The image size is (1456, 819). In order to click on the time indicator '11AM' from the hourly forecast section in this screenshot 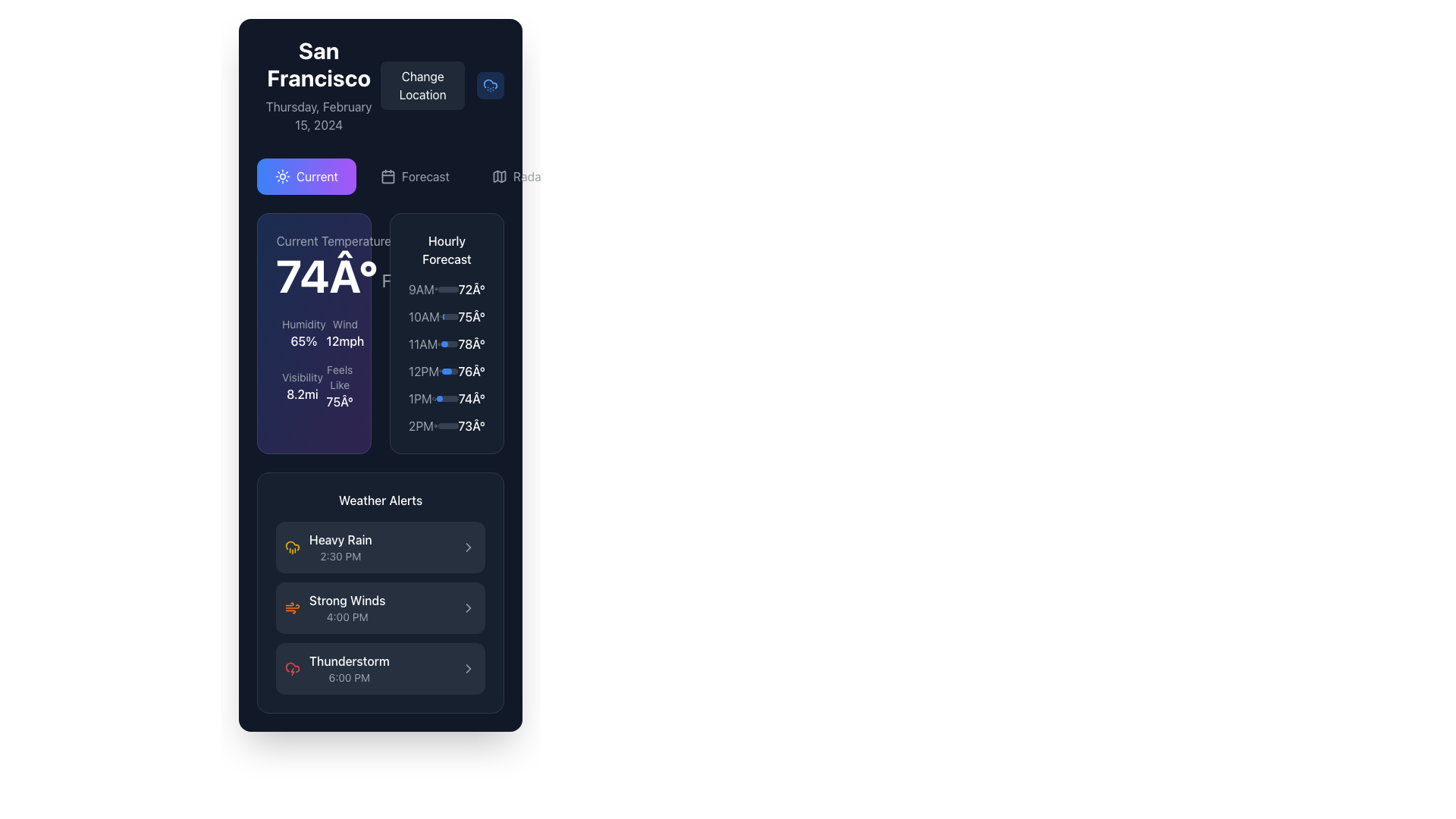, I will do `click(422, 344)`.